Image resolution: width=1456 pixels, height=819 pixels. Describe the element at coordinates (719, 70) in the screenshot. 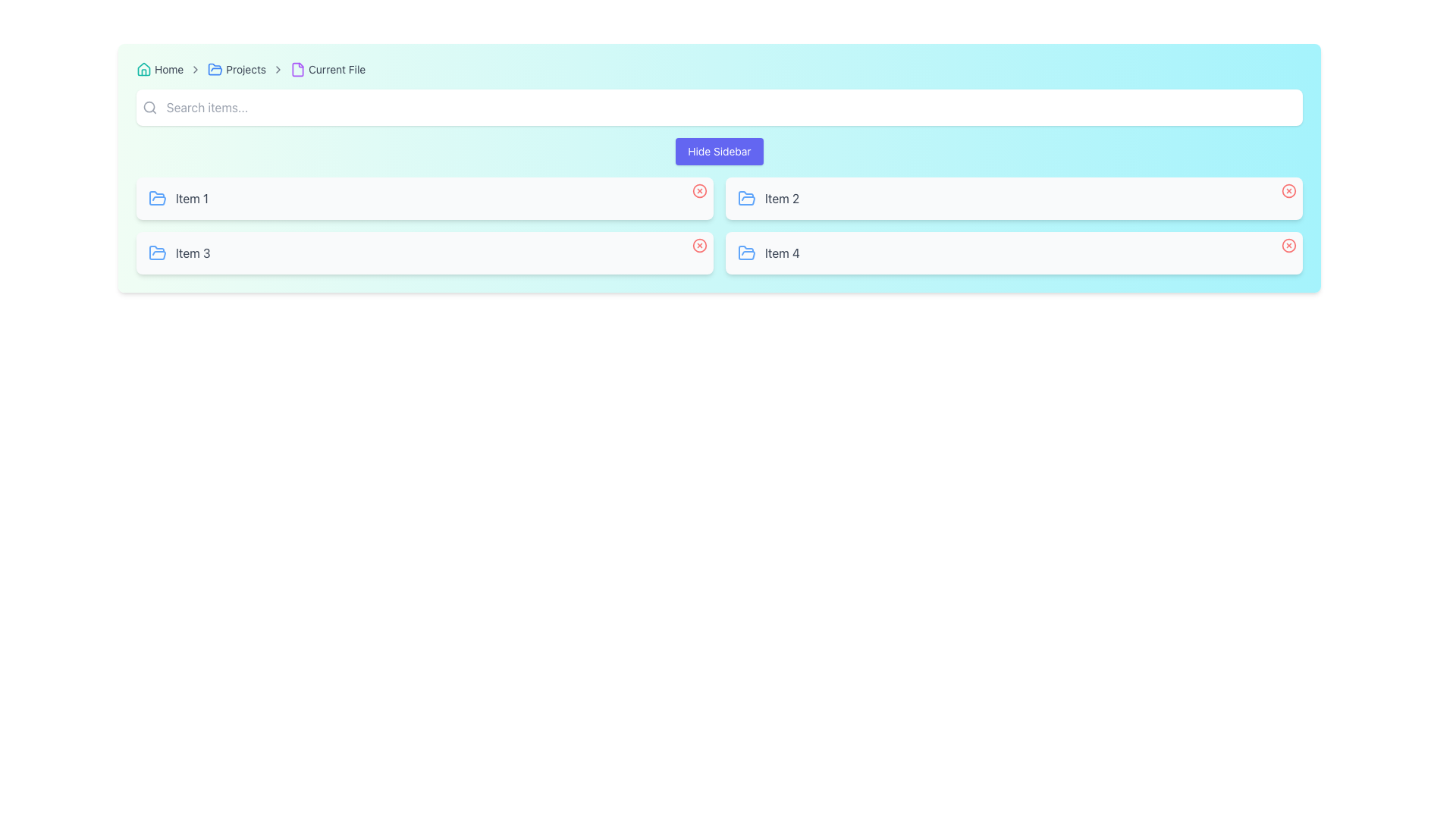

I see `the Breadcrumb navigation bar located at the top of the interface, which includes elements like 'Home', 'Projects', and 'Current File'` at that location.